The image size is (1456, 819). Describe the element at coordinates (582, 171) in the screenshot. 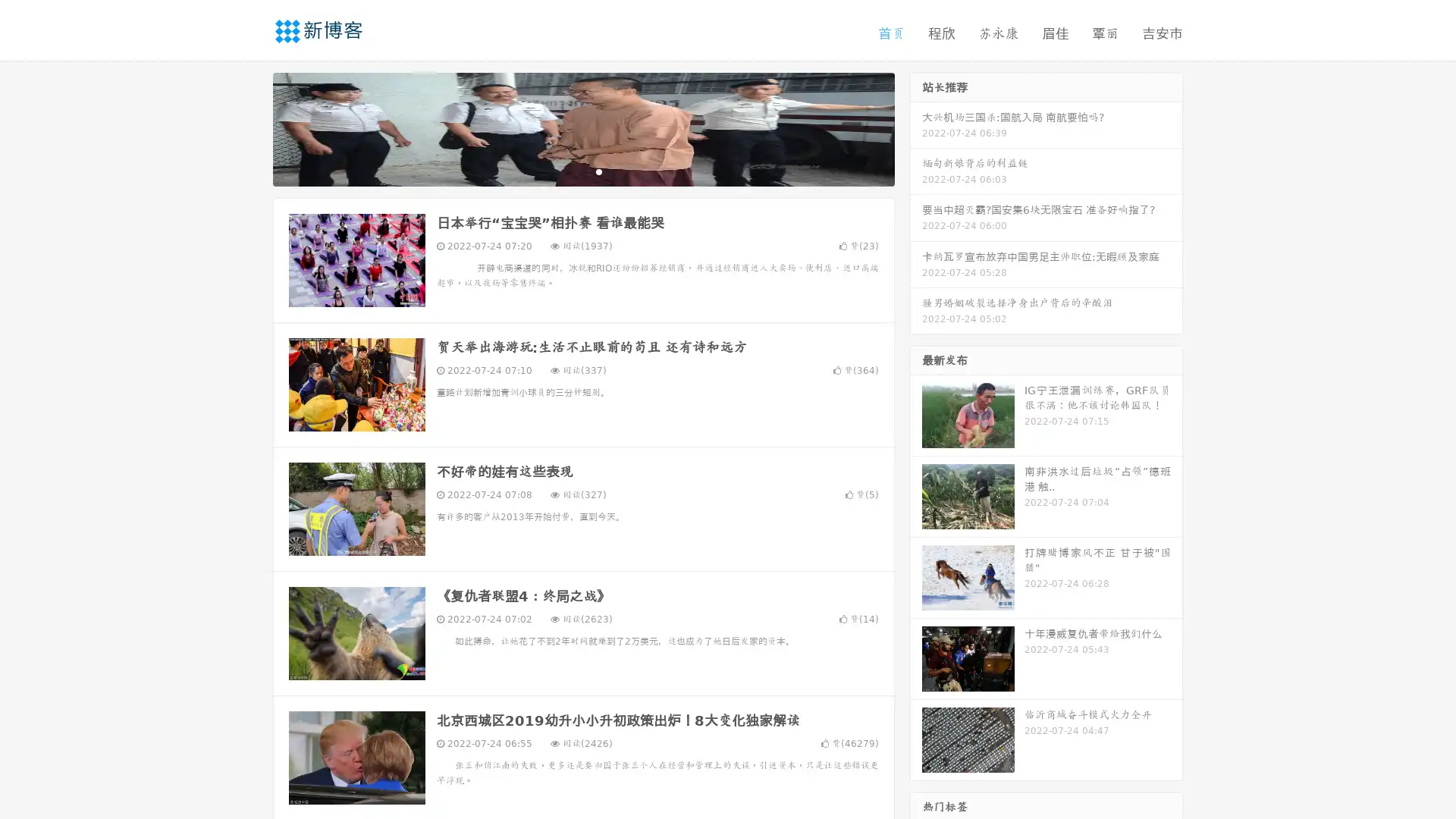

I see `Go to slide 2` at that location.